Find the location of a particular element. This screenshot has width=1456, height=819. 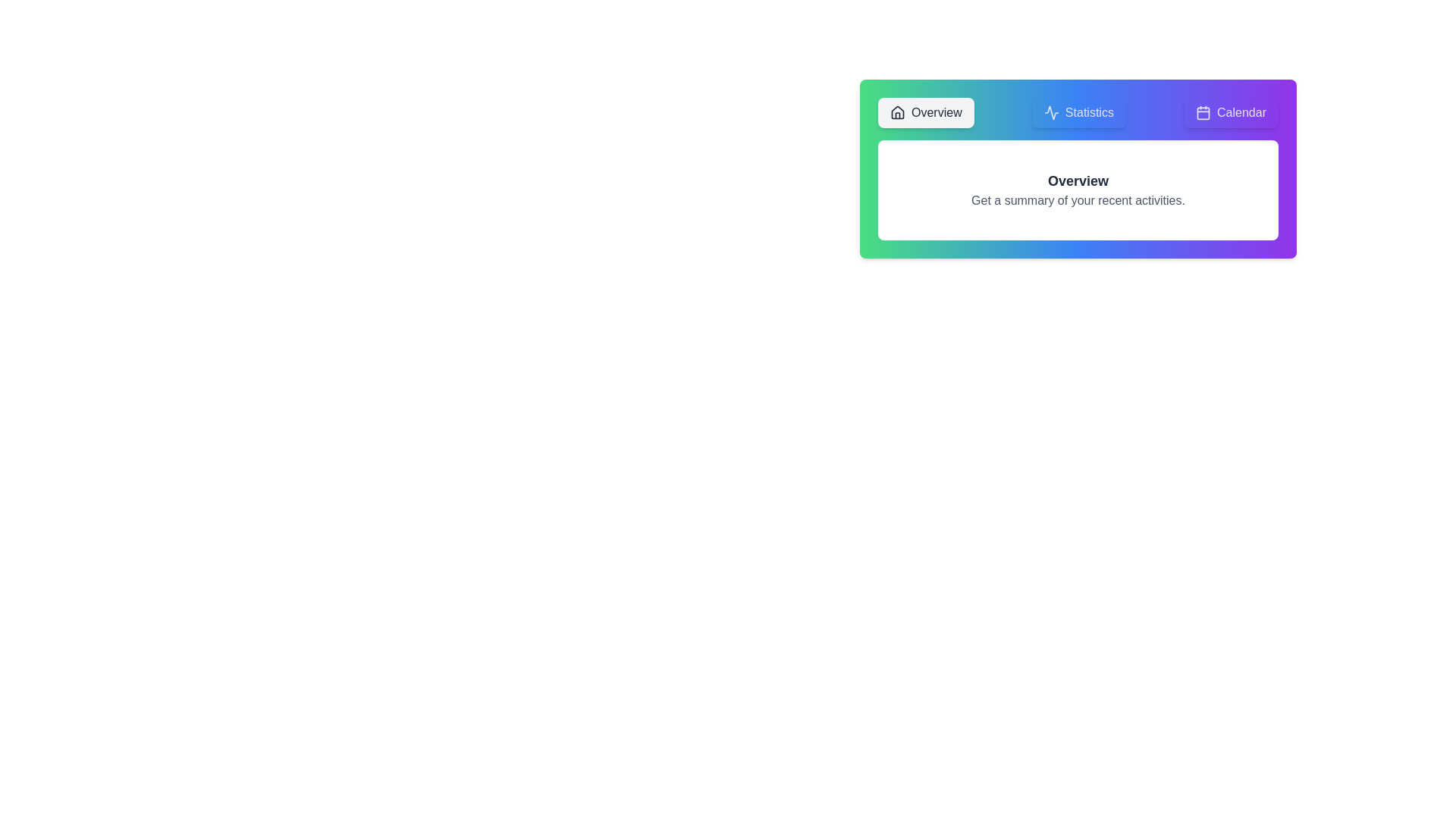

the tab labeled Calendar is located at coordinates (1230, 112).